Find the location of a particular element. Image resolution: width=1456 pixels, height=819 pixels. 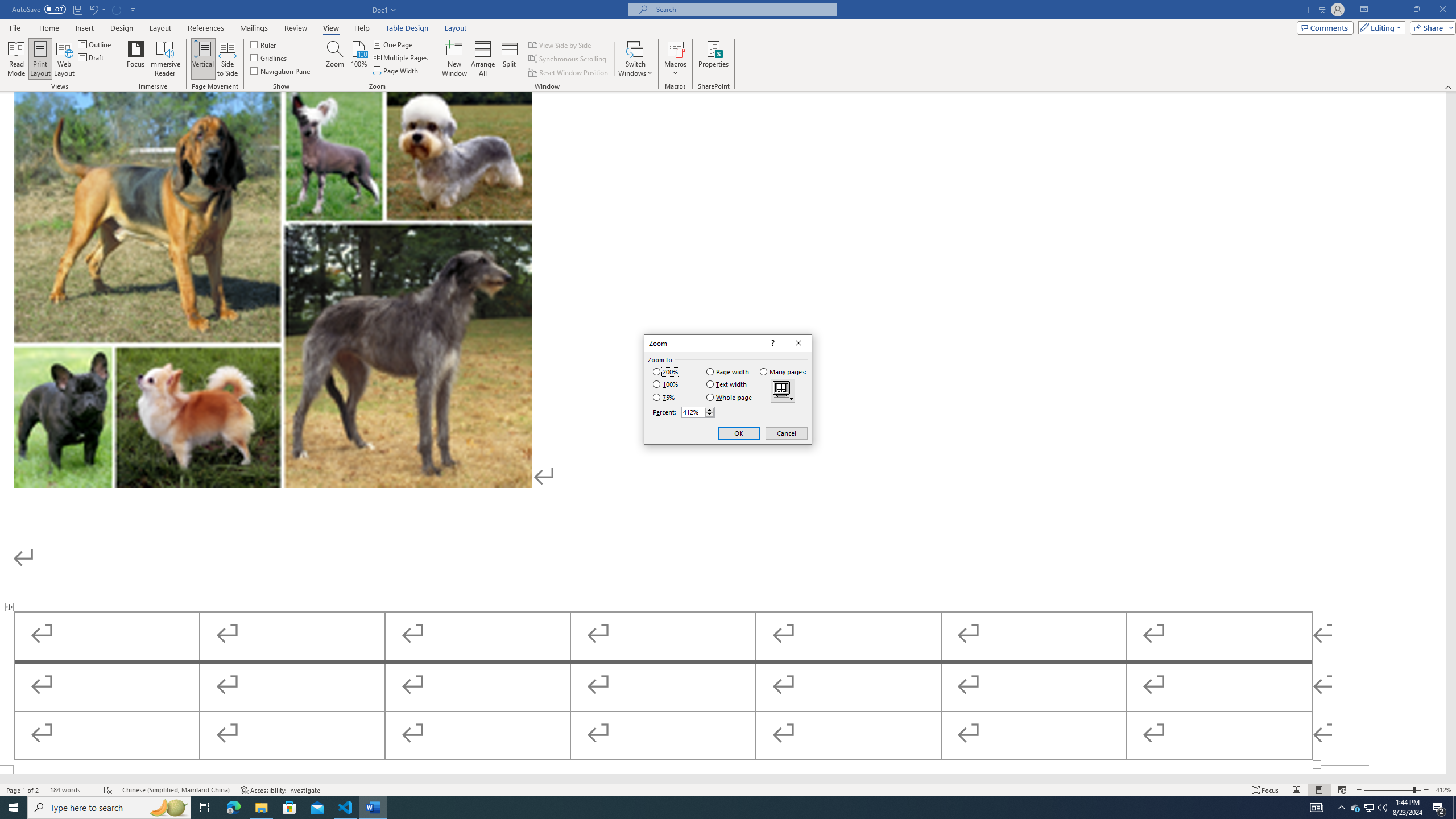

'Reset Window Position' is located at coordinates (568, 72).